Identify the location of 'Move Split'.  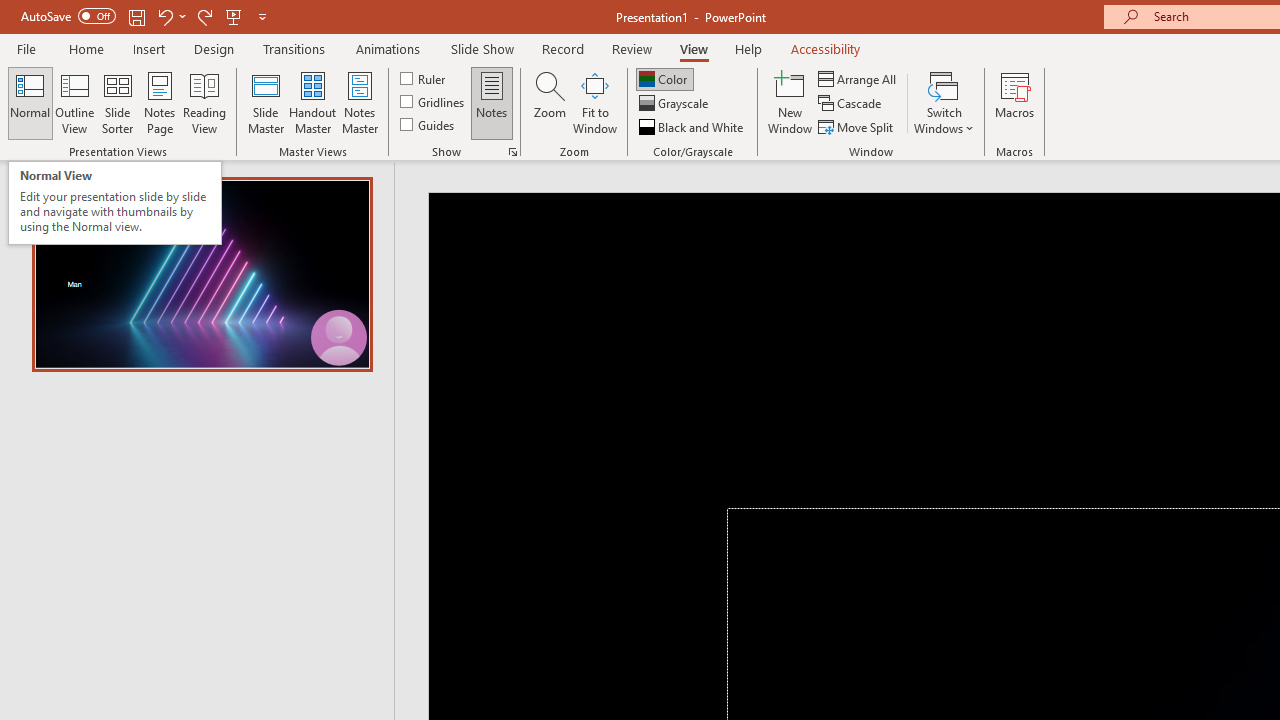
(857, 127).